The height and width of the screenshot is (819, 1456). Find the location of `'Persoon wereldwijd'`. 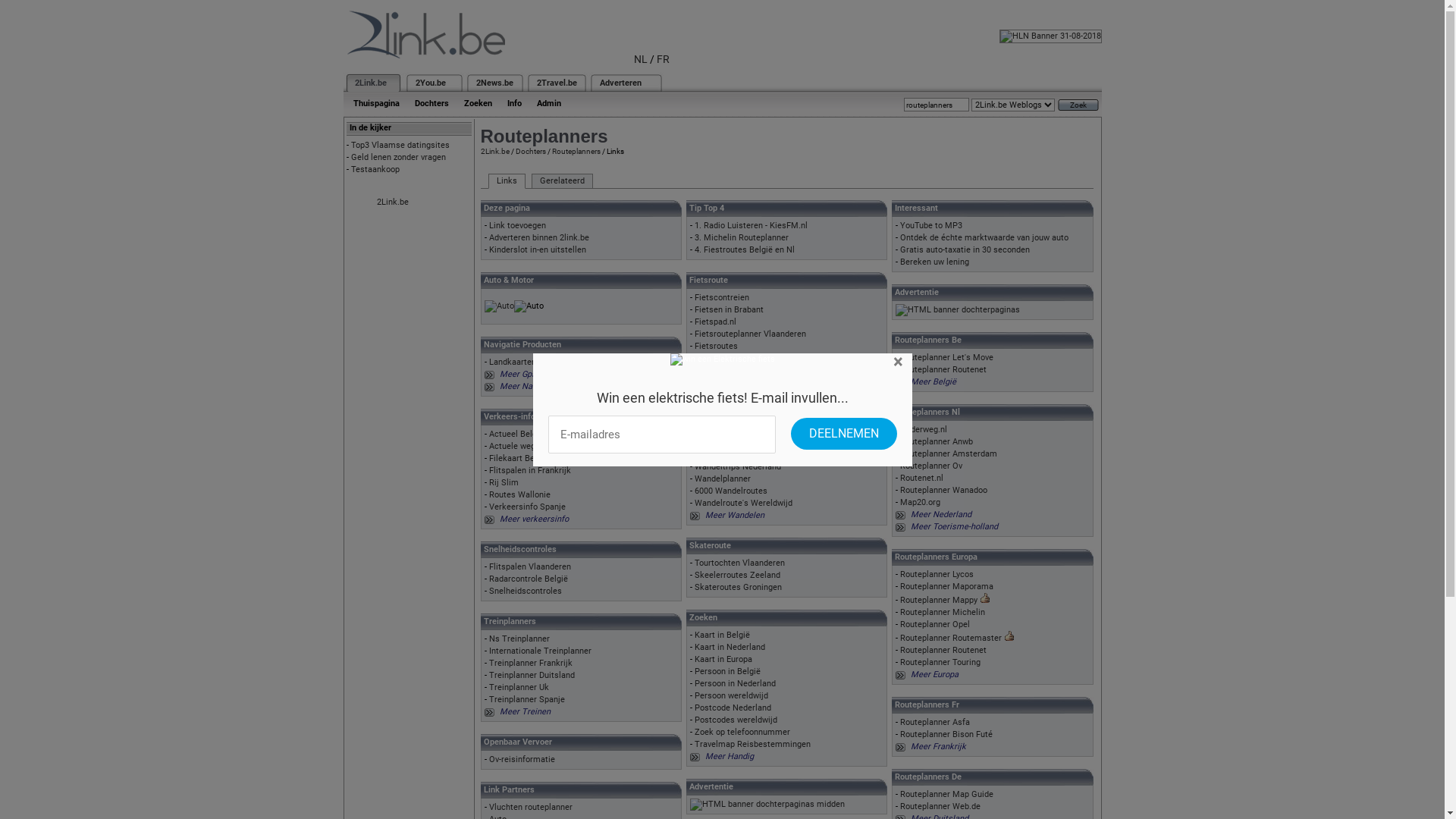

'Persoon wereldwijd' is located at coordinates (731, 695).